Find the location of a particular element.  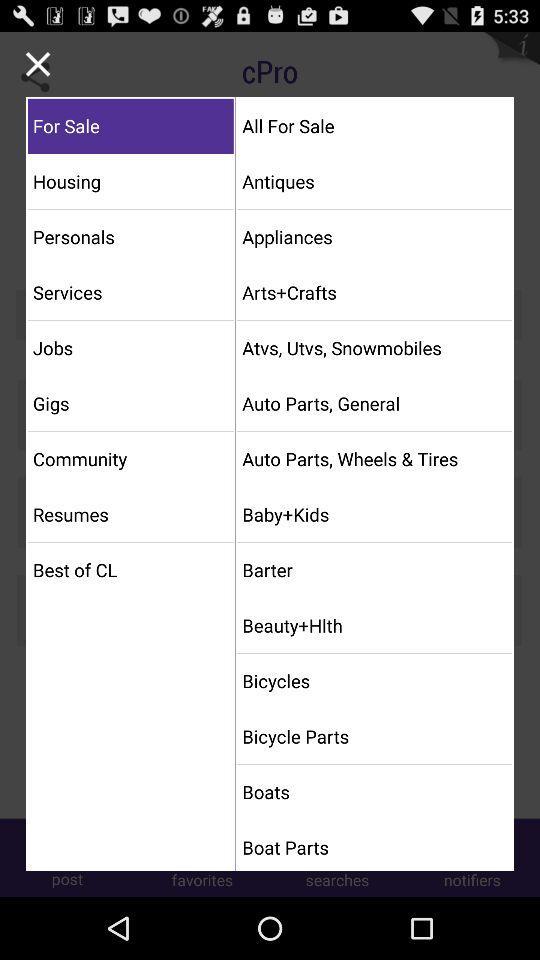

item below boats icon is located at coordinates (374, 846).